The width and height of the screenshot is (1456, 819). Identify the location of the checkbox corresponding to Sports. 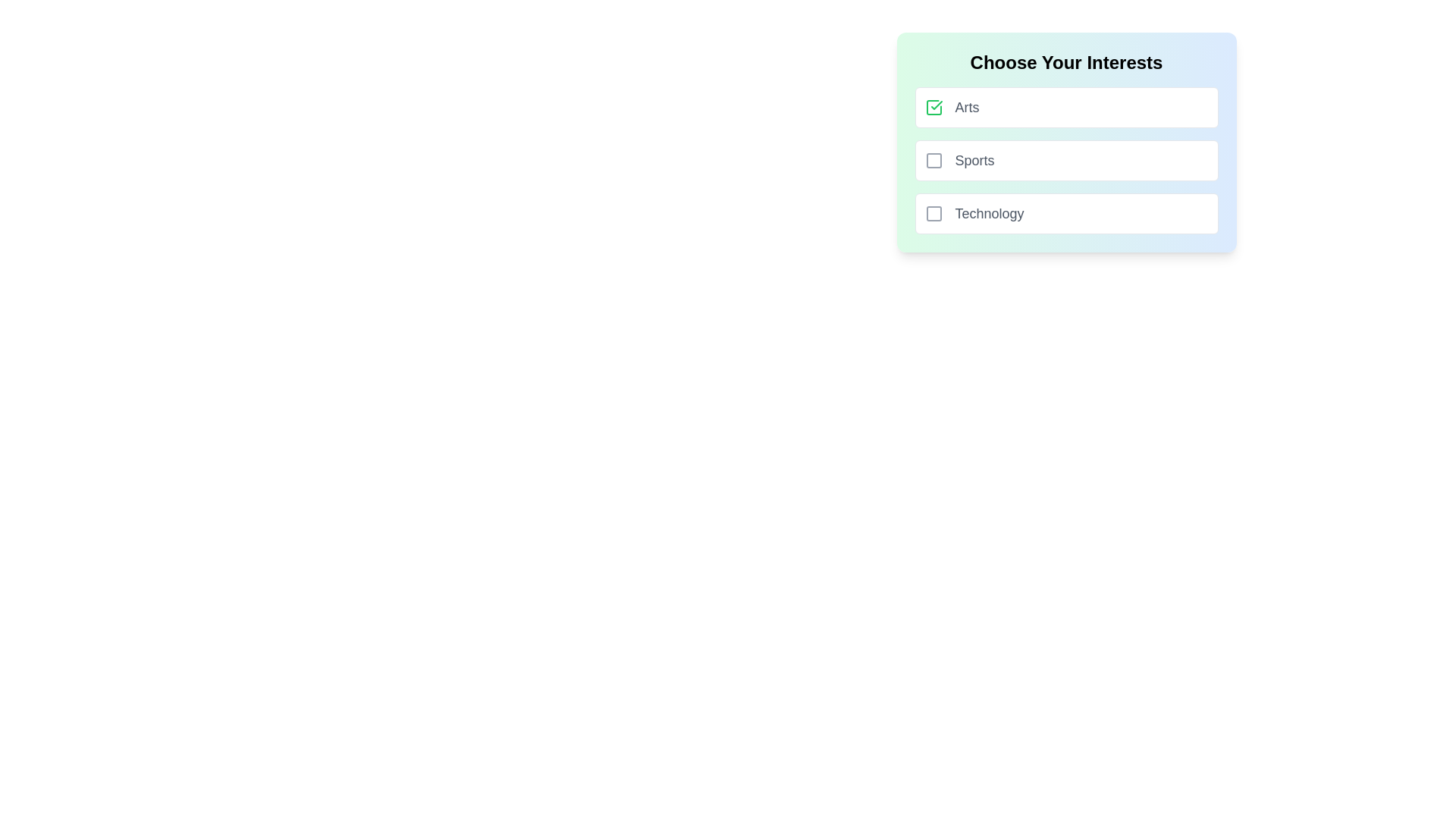
(933, 161).